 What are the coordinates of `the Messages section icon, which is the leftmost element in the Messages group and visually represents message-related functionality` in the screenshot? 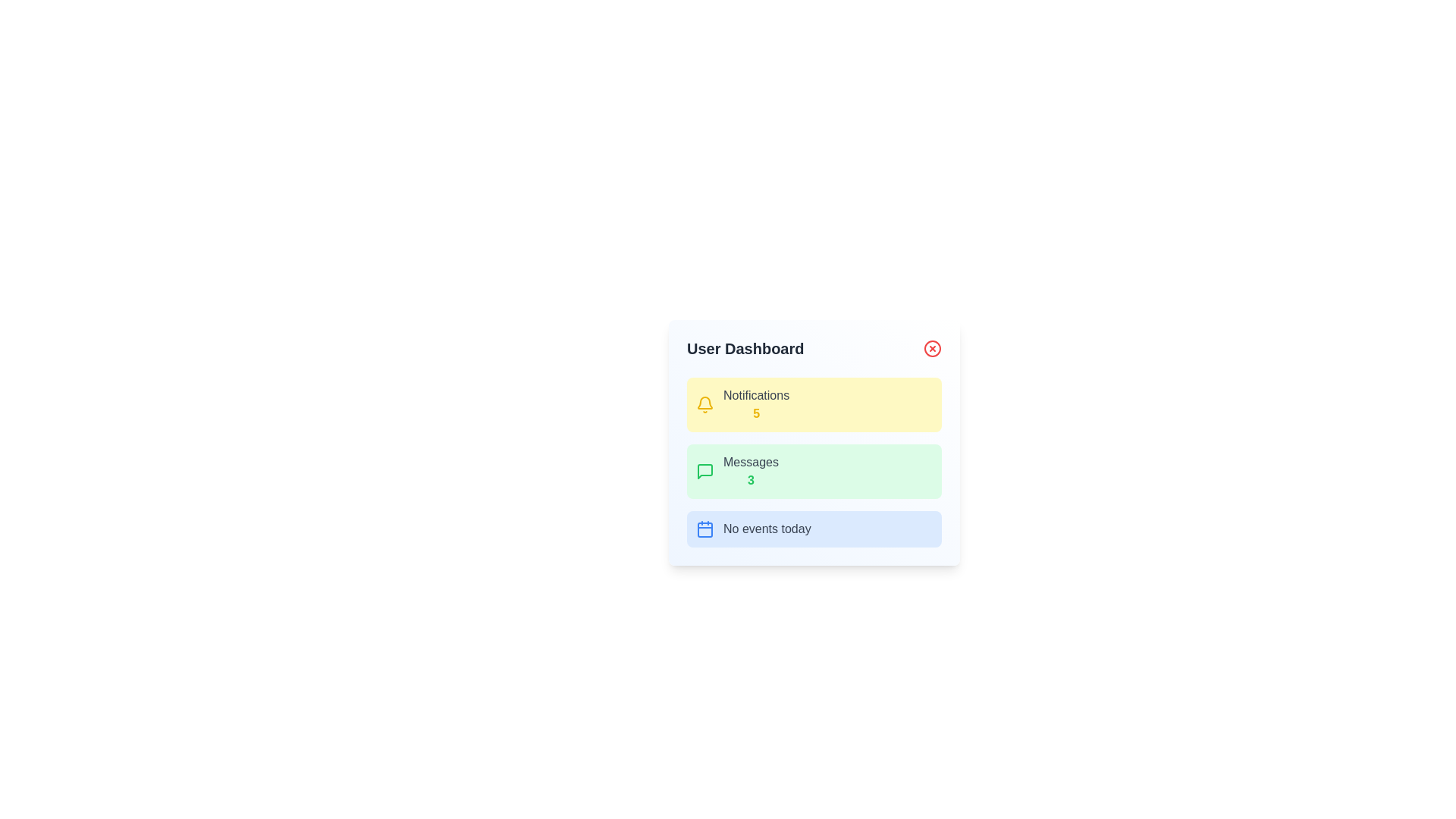 It's located at (704, 470).